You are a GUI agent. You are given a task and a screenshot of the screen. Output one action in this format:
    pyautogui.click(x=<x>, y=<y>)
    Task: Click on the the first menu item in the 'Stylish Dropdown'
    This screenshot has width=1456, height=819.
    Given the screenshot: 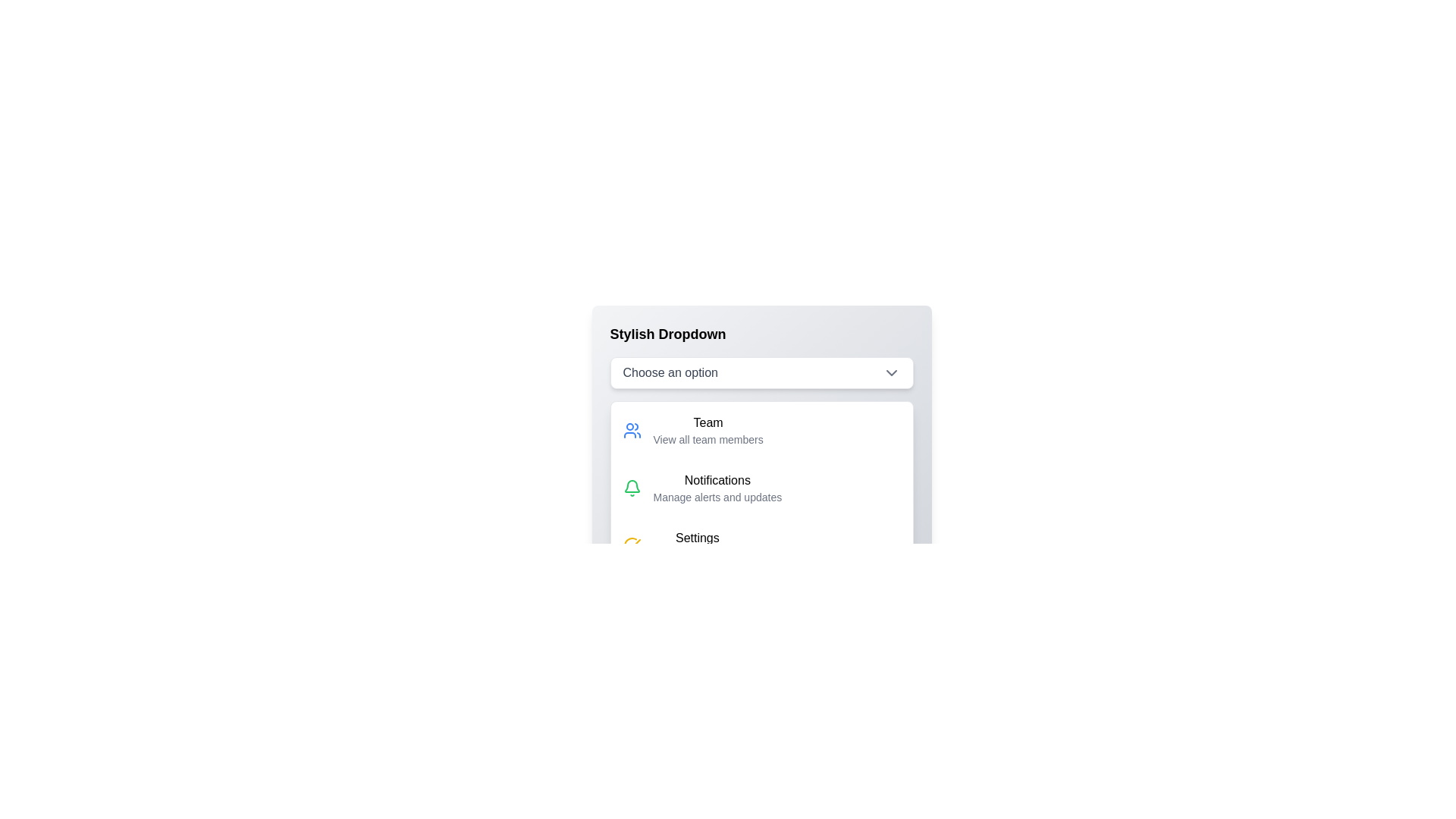 What is the action you would take?
    pyautogui.click(x=708, y=430)
    